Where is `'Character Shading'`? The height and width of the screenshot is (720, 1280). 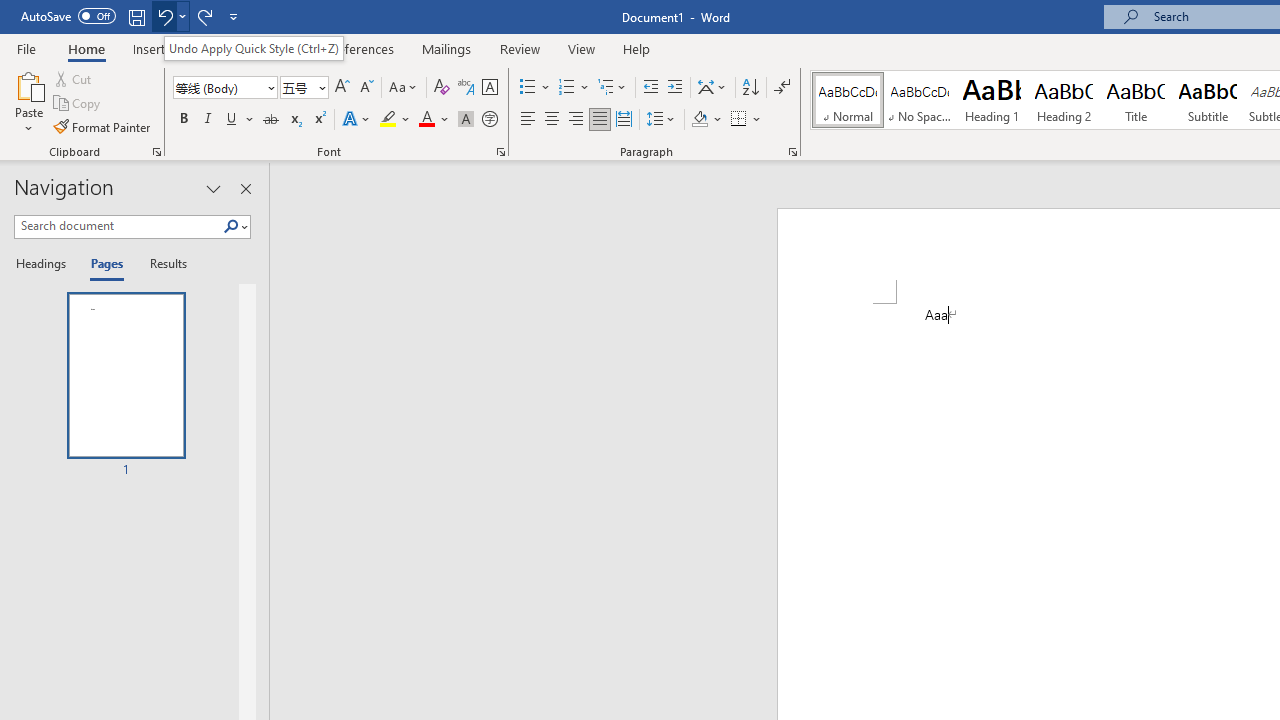
'Character Shading' is located at coordinates (464, 119).